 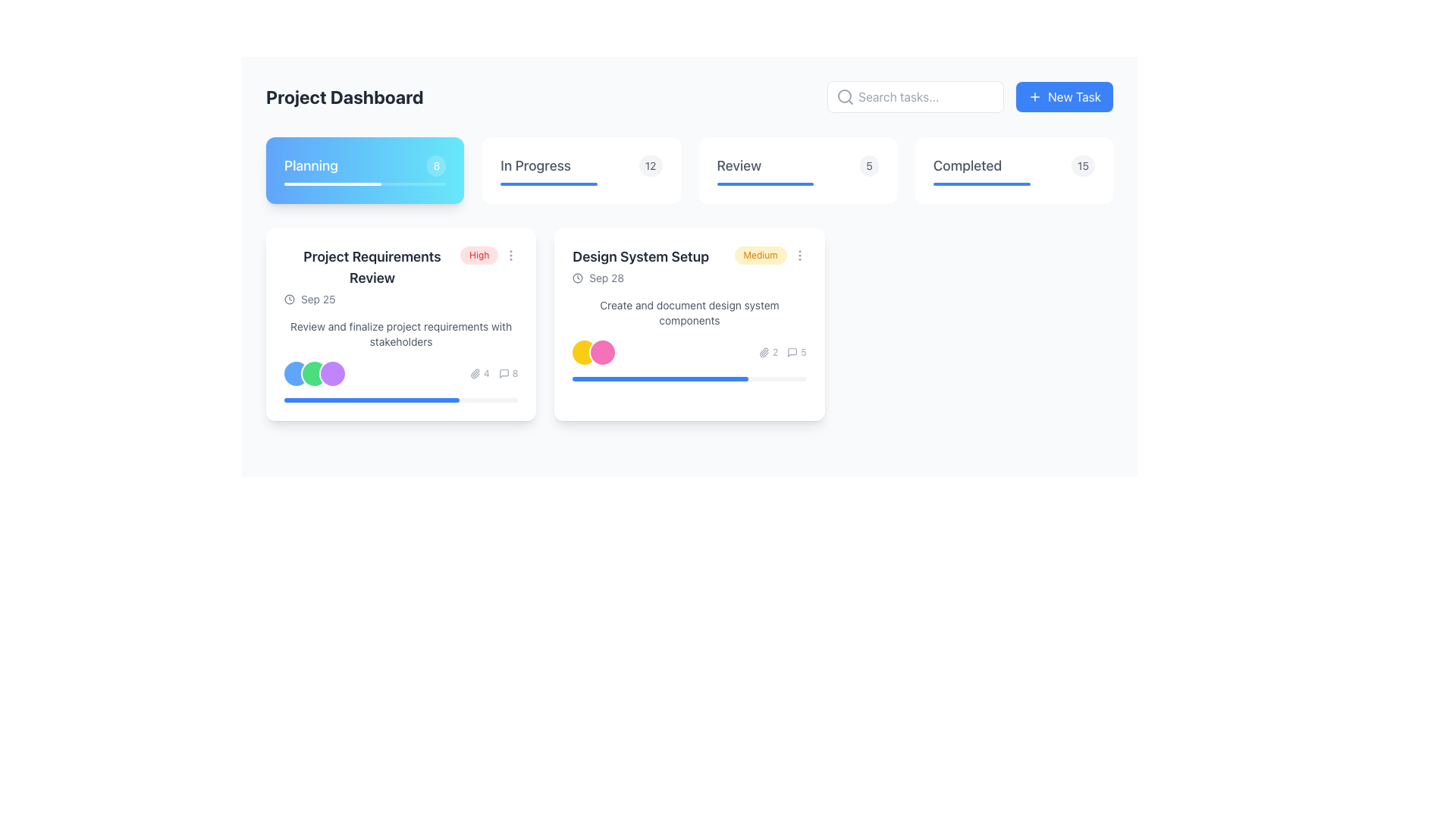 I want to click on the text label displaying 'Planning' which is styled with a brighter color on a gradient blue background, located within a blue-bordered widget on the dashboard interface, so click(x=310, y=166).